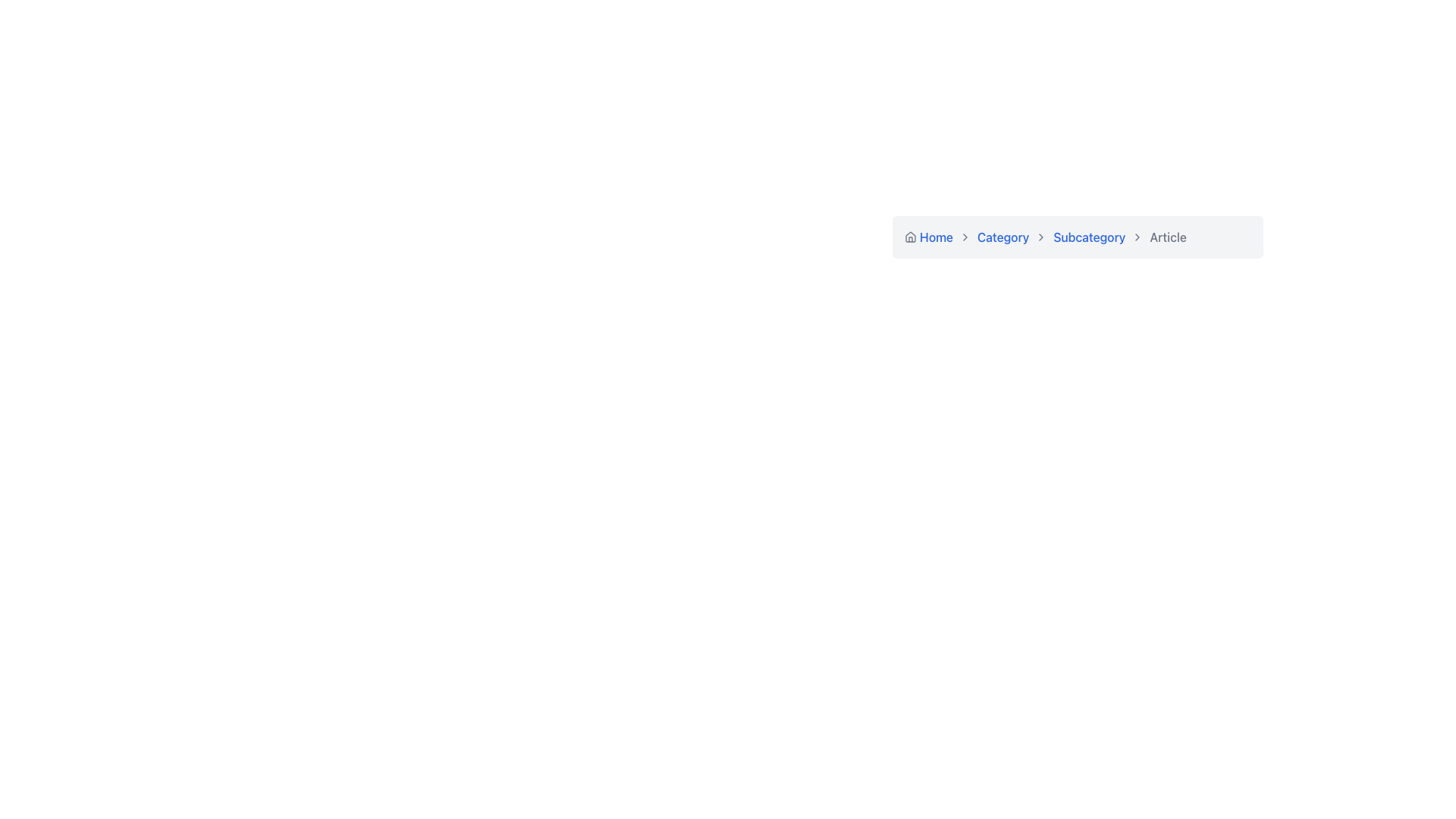 This screenshot has height=819, width=1456. I want to click on the Home icon in the breadcrumb navigation bar, which is the leftmost element preceding the text 'Home', so click(910, 237).